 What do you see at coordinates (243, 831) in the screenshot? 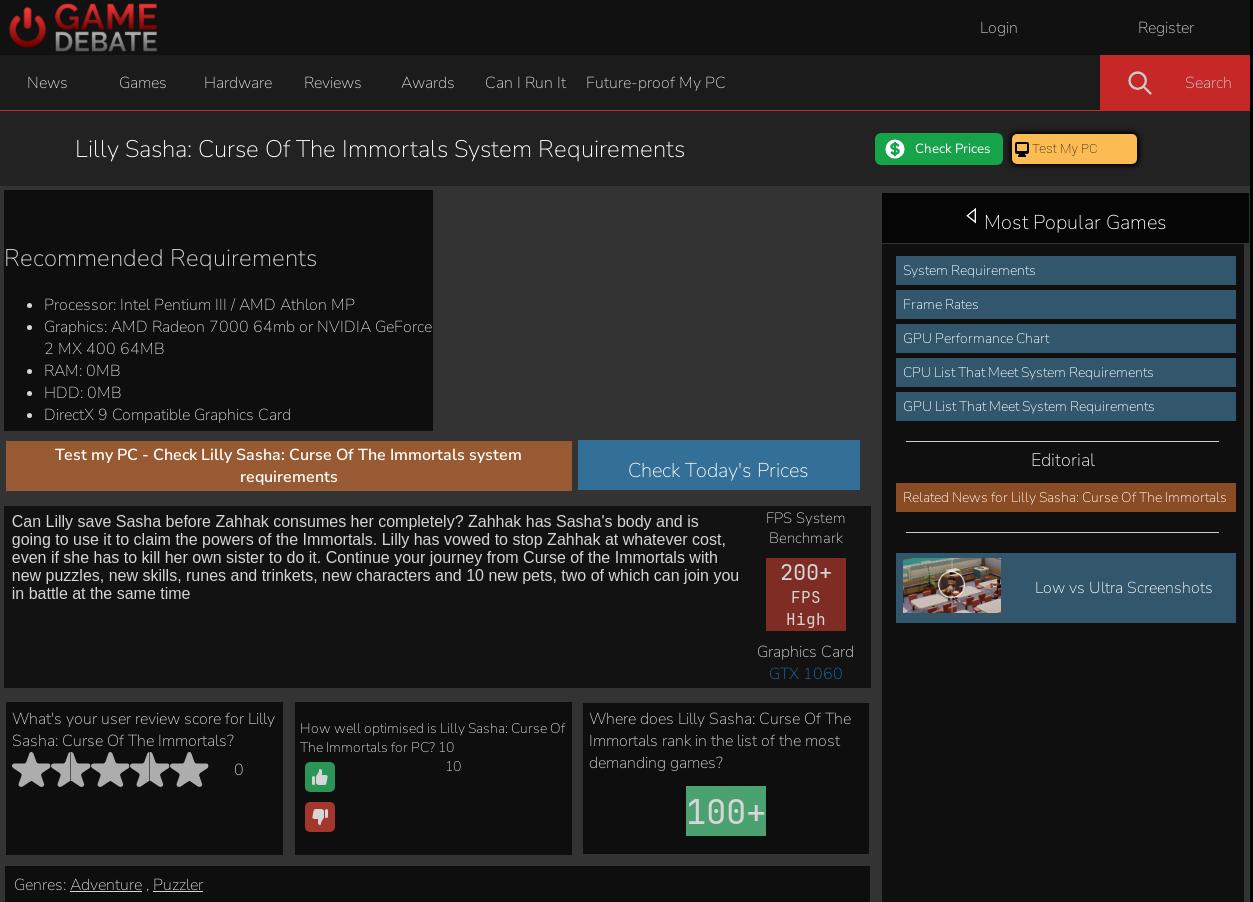
I see `'Minimum'` at bounding box center [243, 831].